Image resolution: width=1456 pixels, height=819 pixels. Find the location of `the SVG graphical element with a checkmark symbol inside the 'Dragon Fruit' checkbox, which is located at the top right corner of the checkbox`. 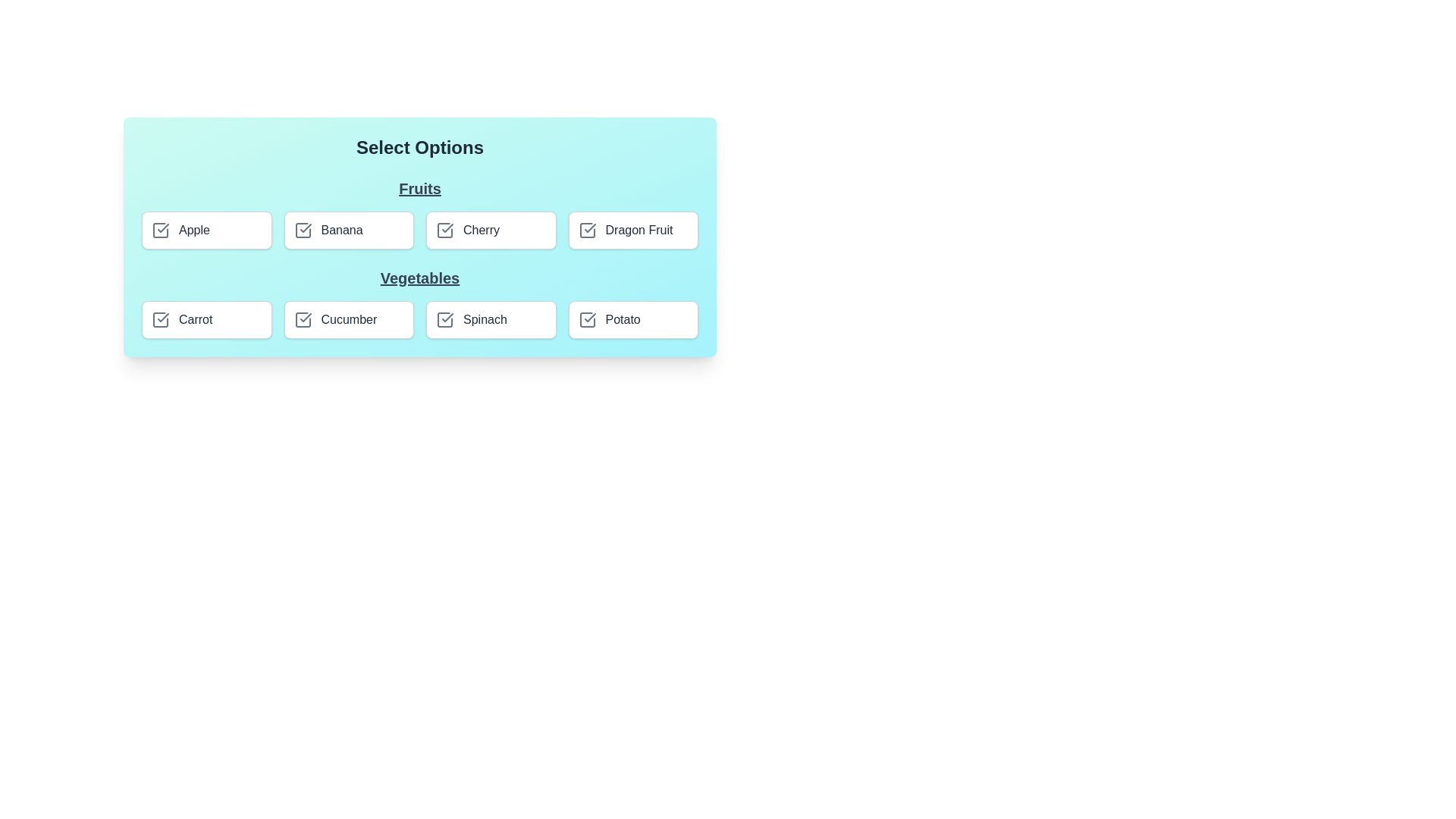

the SVG graphical element with a checkmark symbol inside the 'Dragon Fruit' checkbox, which is located at the top right corner of the checkbox is located at coordinates (586, 231).